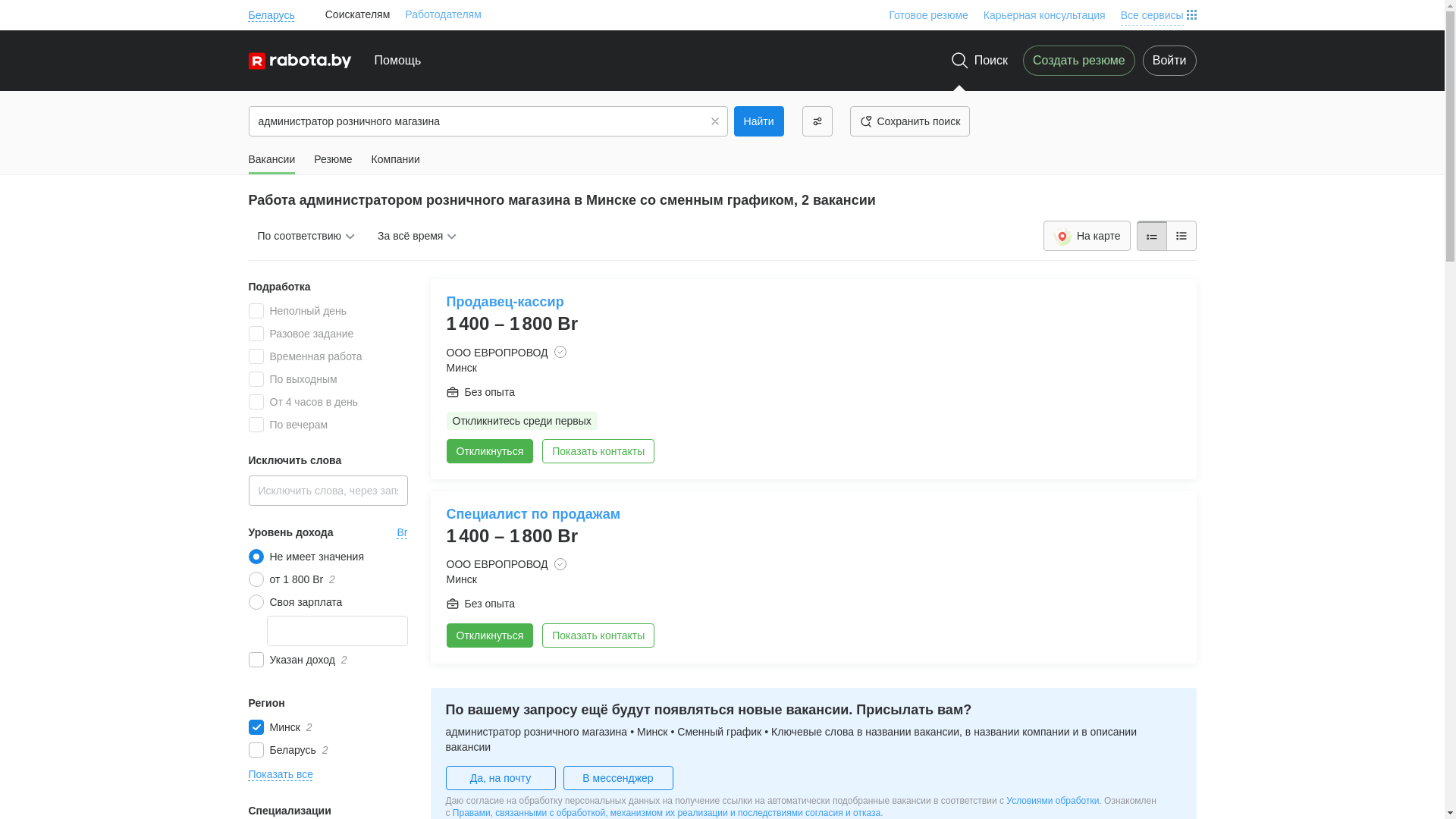 The height and width of the screenshot is (819, 1456). What do you see at coordinates (701, 120) in the screenshot?
I see `'Clear'` at bounding box center [701, 120].